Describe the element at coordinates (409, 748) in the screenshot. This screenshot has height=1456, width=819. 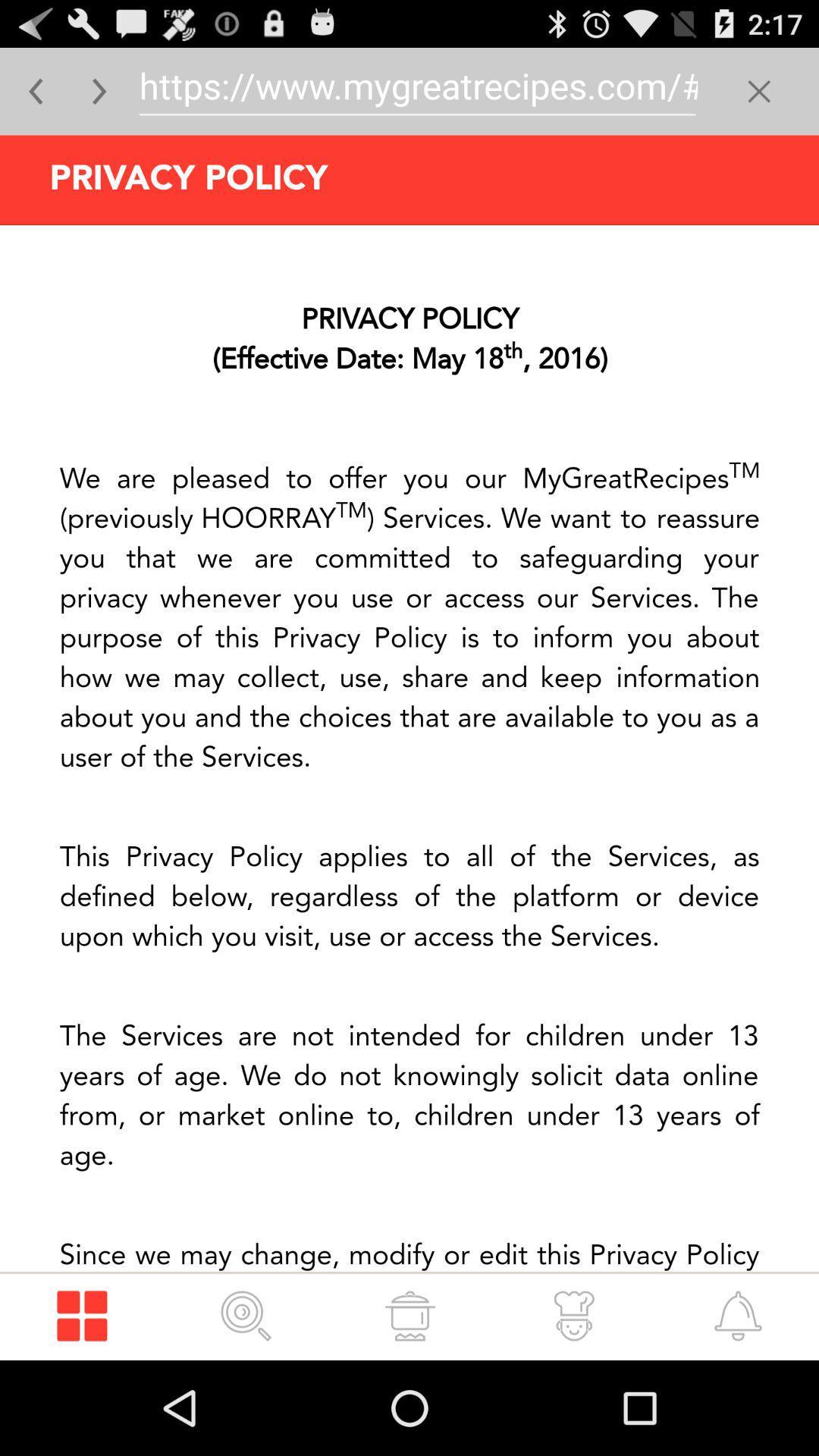
I see `advertisement` at that location.